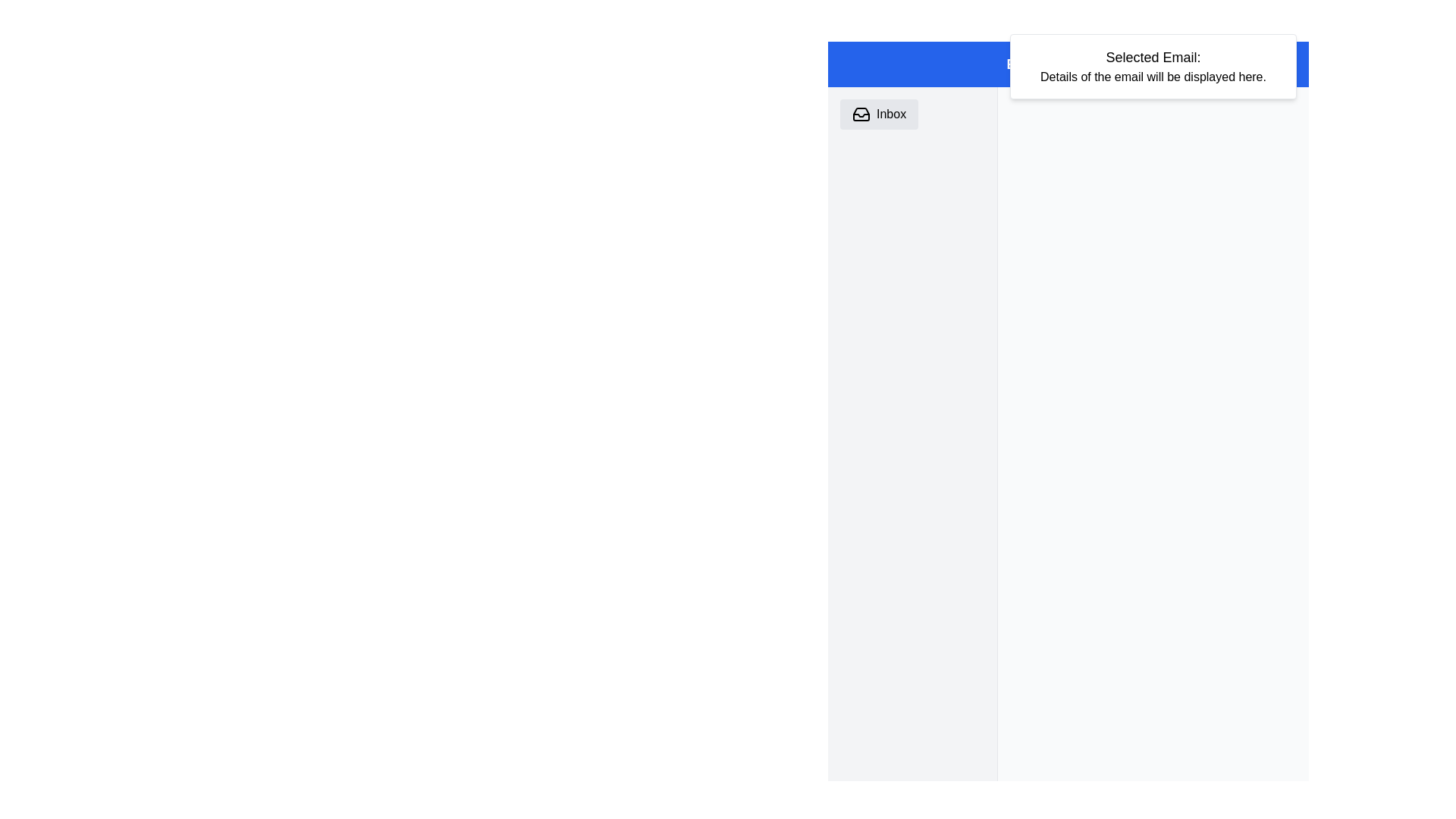  What do you see at coordinates (879, 113) in the screenshot?
I see `the navigation button for accessing the Inbox section located in the left-hand sidebar, near the top of the panel` at bounding box center [879, 113].